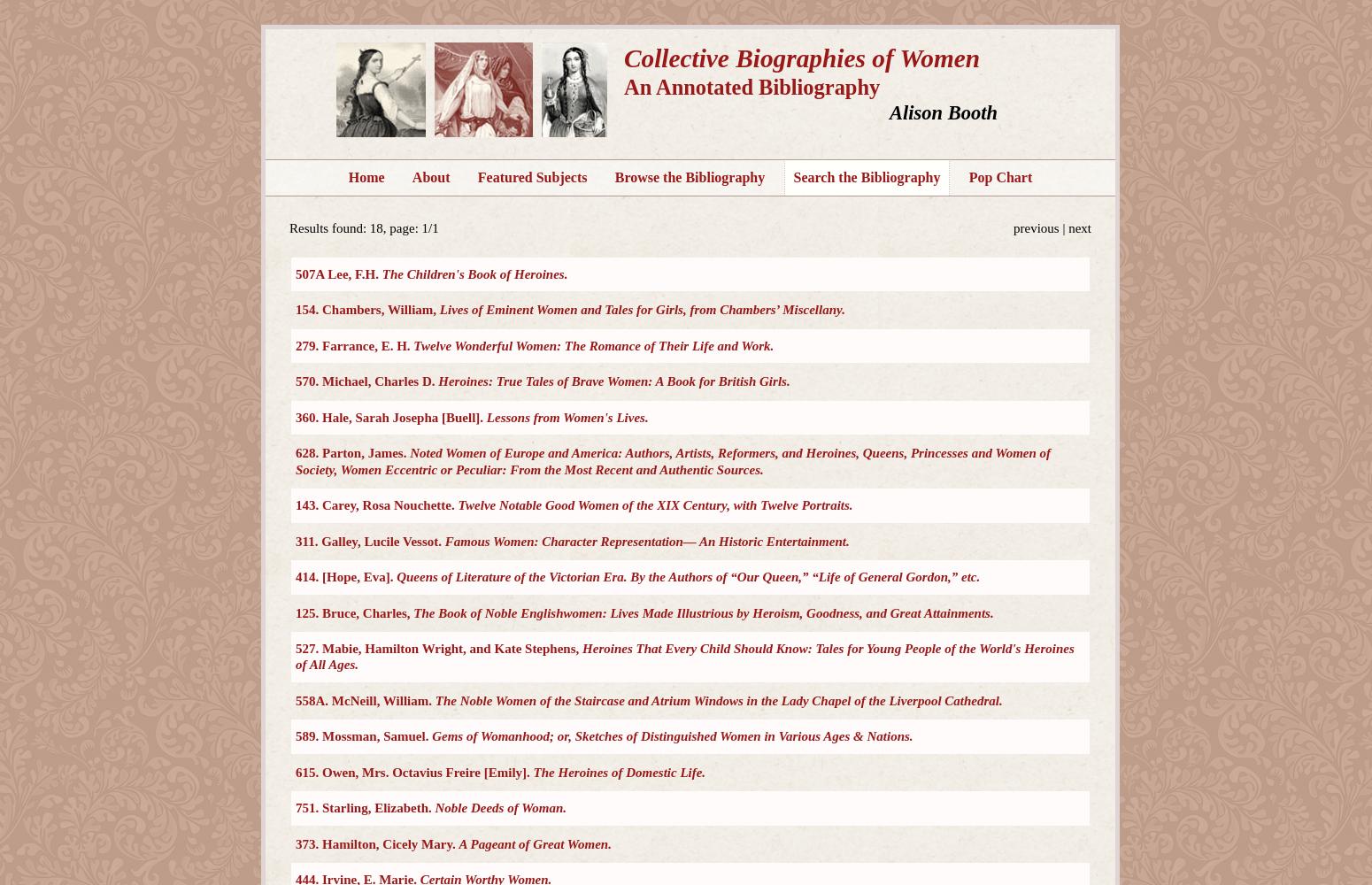 This screenshot has width=1372, height=885. What do you see at coordinates (366, 381) in the screenshot?
I see `'570. Michael, Charles D.'` at bounding box center [366, 381].